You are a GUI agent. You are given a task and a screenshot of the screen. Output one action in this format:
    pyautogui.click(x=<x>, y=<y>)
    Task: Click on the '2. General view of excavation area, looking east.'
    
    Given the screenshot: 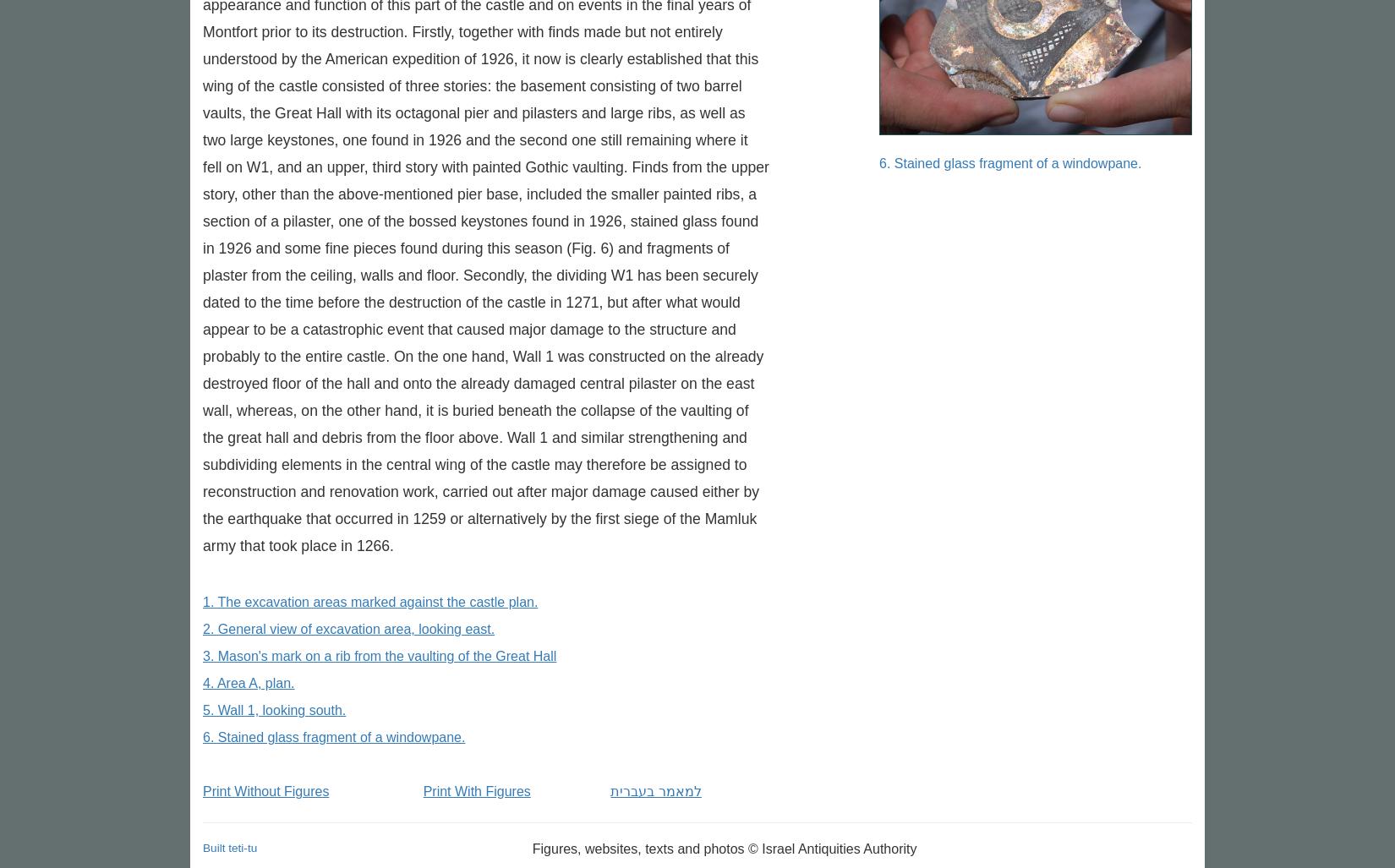 What is the action you would take?
    pyautogui.click(x=348, y=628)
    